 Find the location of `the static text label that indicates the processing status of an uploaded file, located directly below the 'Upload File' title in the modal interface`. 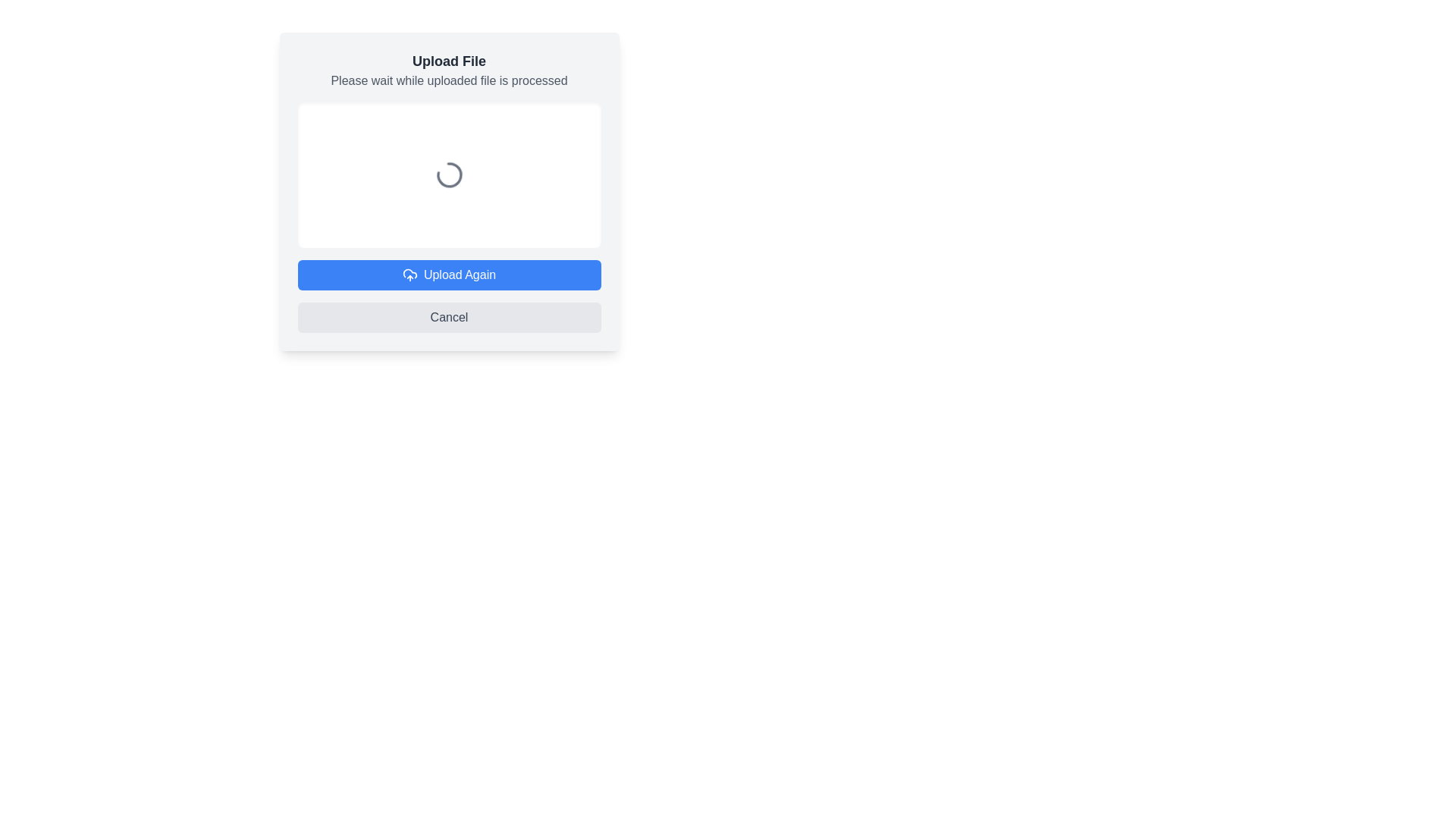

the static text label that indicates the processing status of an uploaded file, located directly below the 'Upload File' title in the modal interface is located at coordinates (448, 81).